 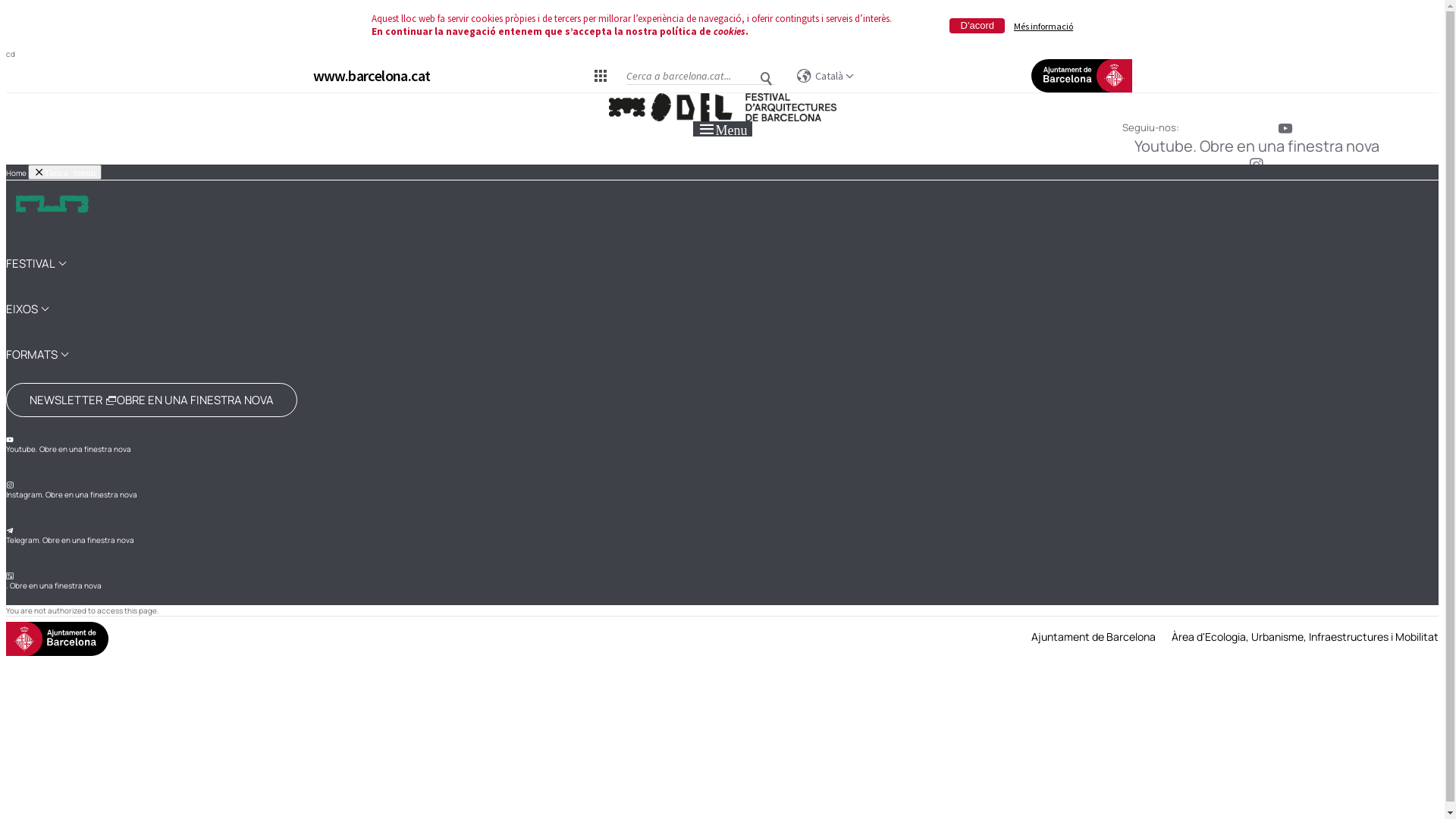 I want to click on 'Telegram. Obre en una finestra nova', so click(x=6, y=535).